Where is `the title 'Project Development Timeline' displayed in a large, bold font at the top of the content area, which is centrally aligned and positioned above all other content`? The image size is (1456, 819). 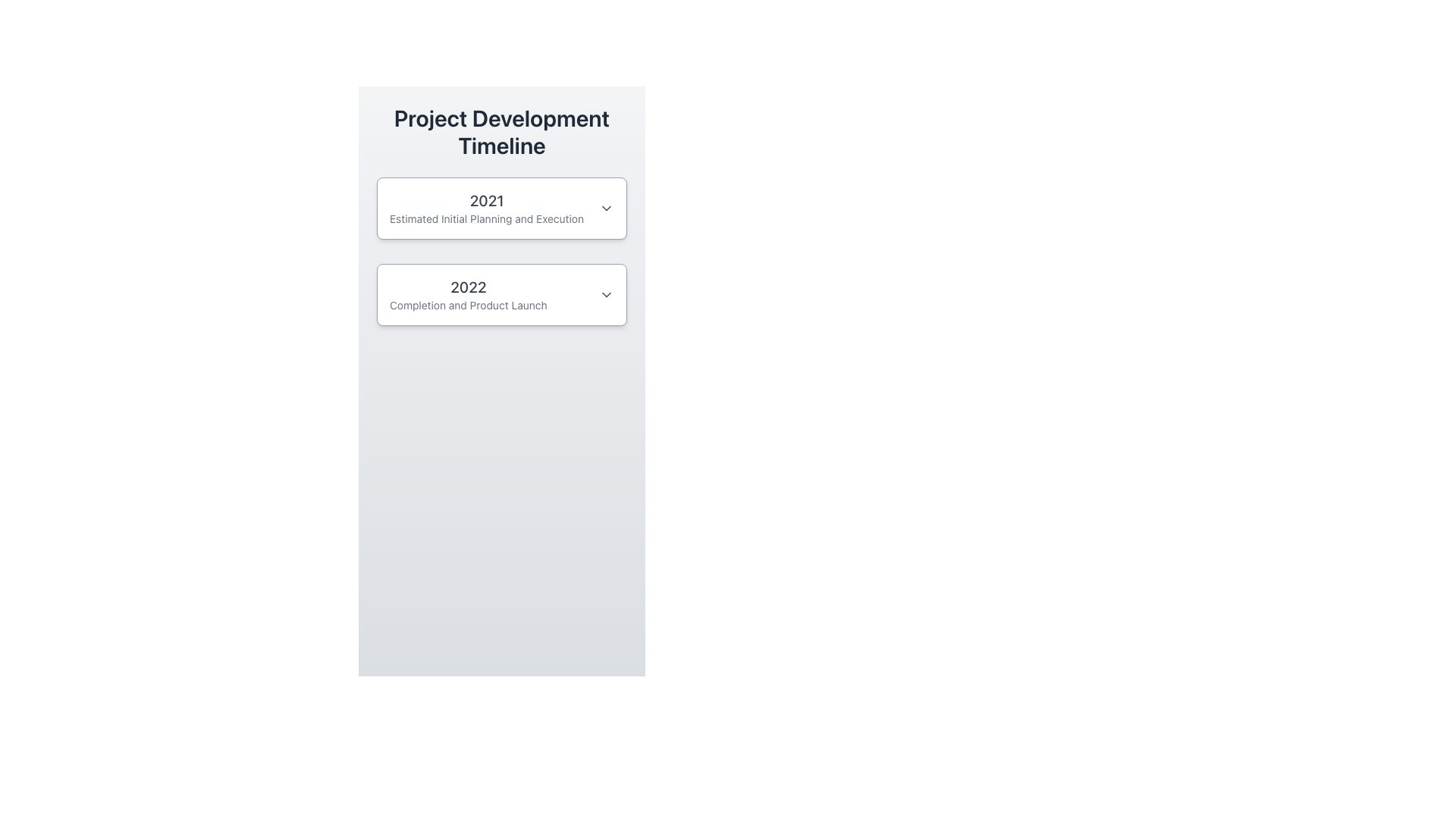
the title 'Project Development Timeline' displayed in a large, bold font at the top of the content area, which is centrally aligned and positioned above all other content is located at coordinates (502, 130).